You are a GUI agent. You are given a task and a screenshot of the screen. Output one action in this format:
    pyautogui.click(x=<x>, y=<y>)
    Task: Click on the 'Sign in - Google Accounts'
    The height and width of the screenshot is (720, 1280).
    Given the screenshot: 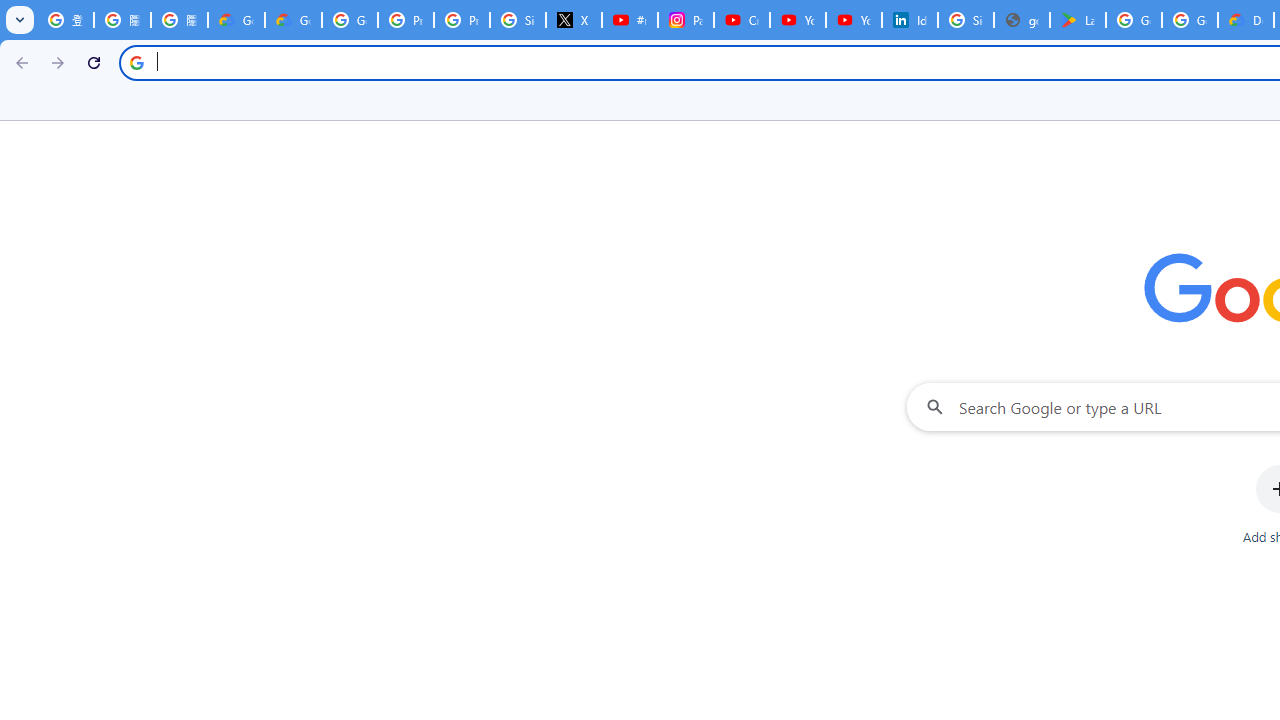 What is the action you would take?
    pyautogui.click(x=966, y=20)
    